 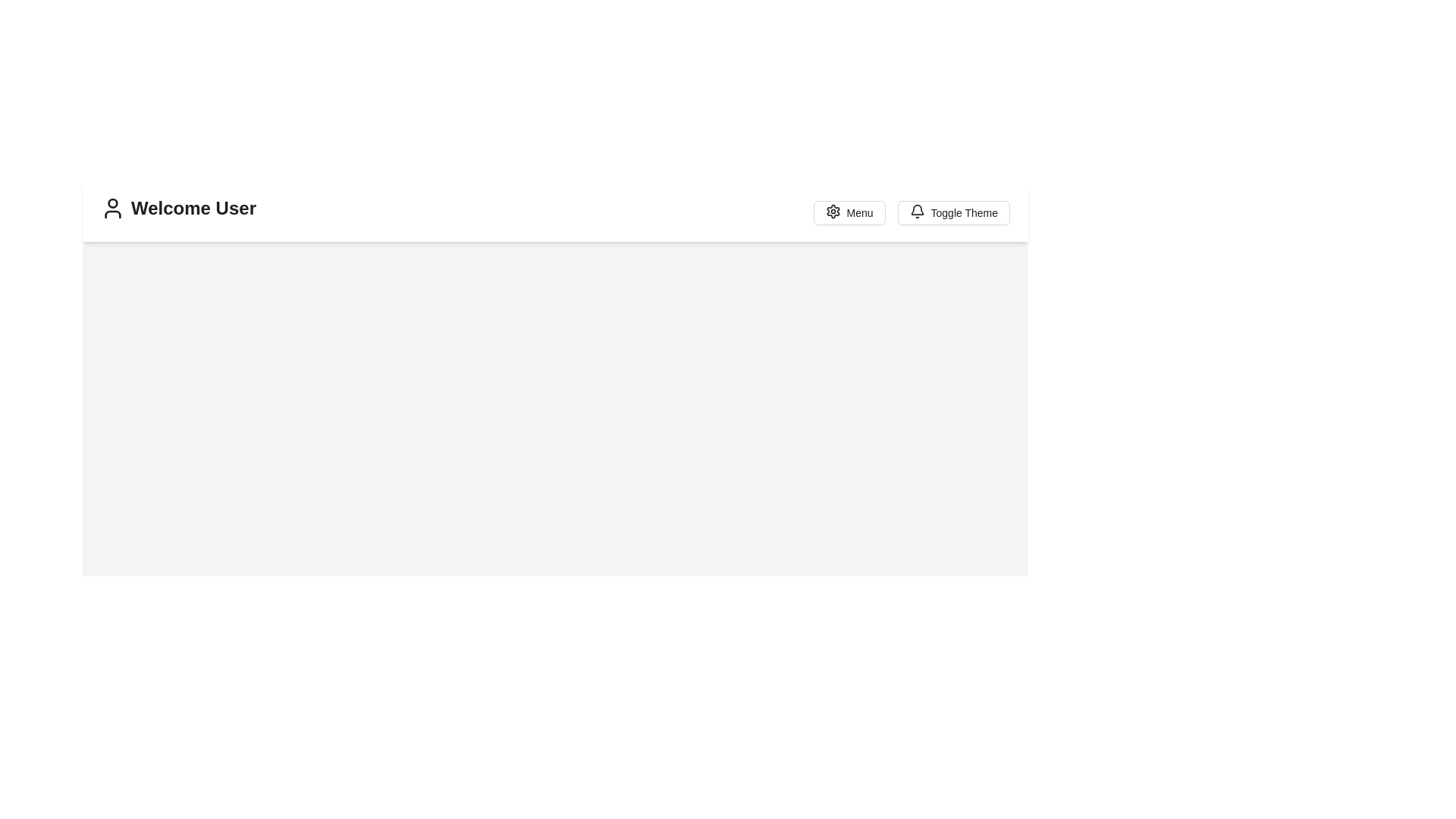 I want to click on the icon button located in the button group on the right side of the top navigation bar, which is adjacent to the 'Menu' button, so click(x=832, y=211).